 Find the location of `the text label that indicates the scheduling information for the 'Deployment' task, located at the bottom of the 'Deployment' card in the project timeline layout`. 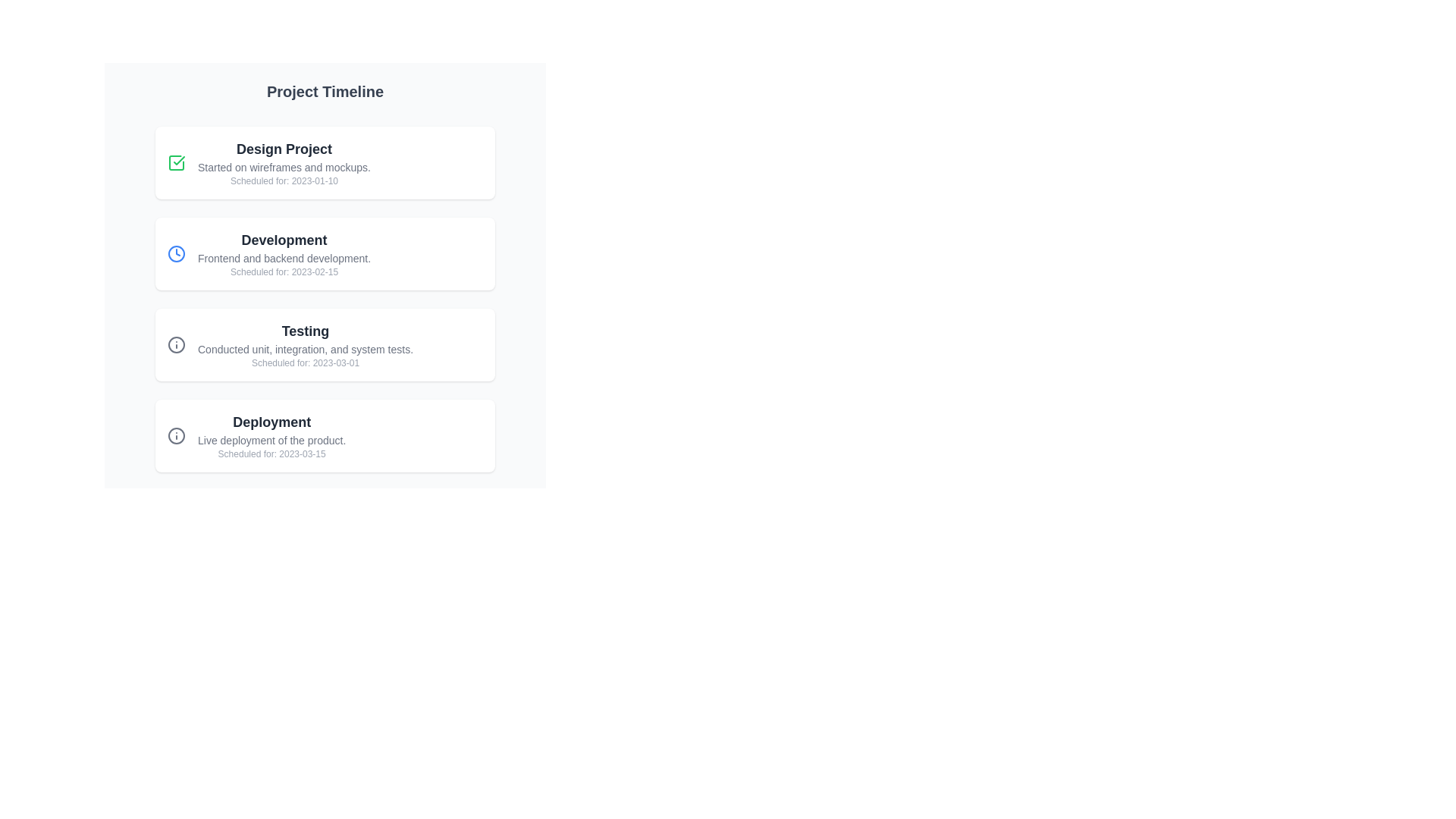

the text label that indicates the scheduling information for the 'Deployment' task, located at the bottom of the 'Deployment' card in the project timeline layout is located at coordinates (271, 453).